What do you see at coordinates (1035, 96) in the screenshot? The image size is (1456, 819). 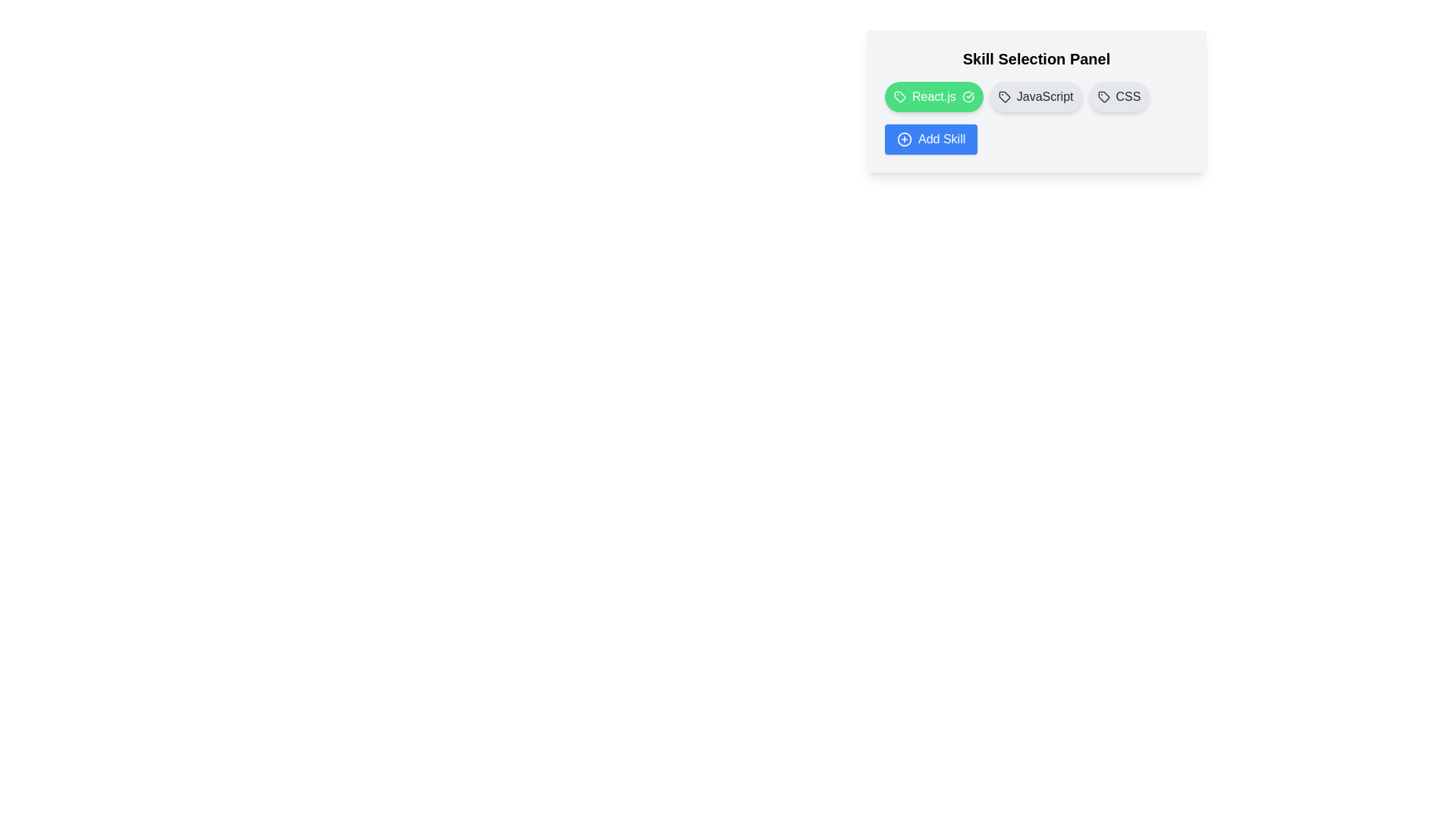 I see `the pill-shaped button labeled 'JavaScript' with a light gray background` at bounding box center [1035, 96].